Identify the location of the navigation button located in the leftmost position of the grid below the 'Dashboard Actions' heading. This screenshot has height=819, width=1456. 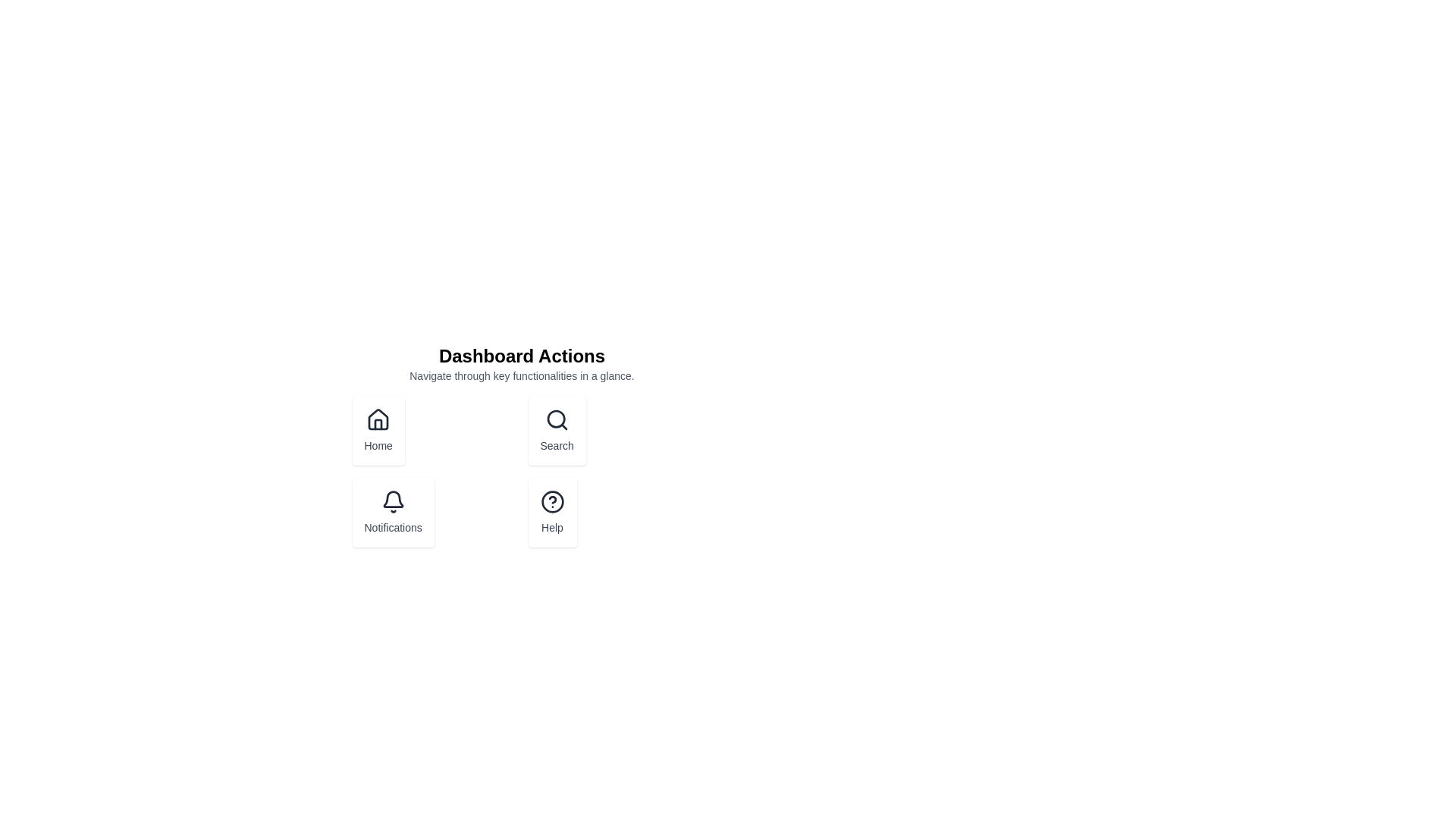
(378, 430).